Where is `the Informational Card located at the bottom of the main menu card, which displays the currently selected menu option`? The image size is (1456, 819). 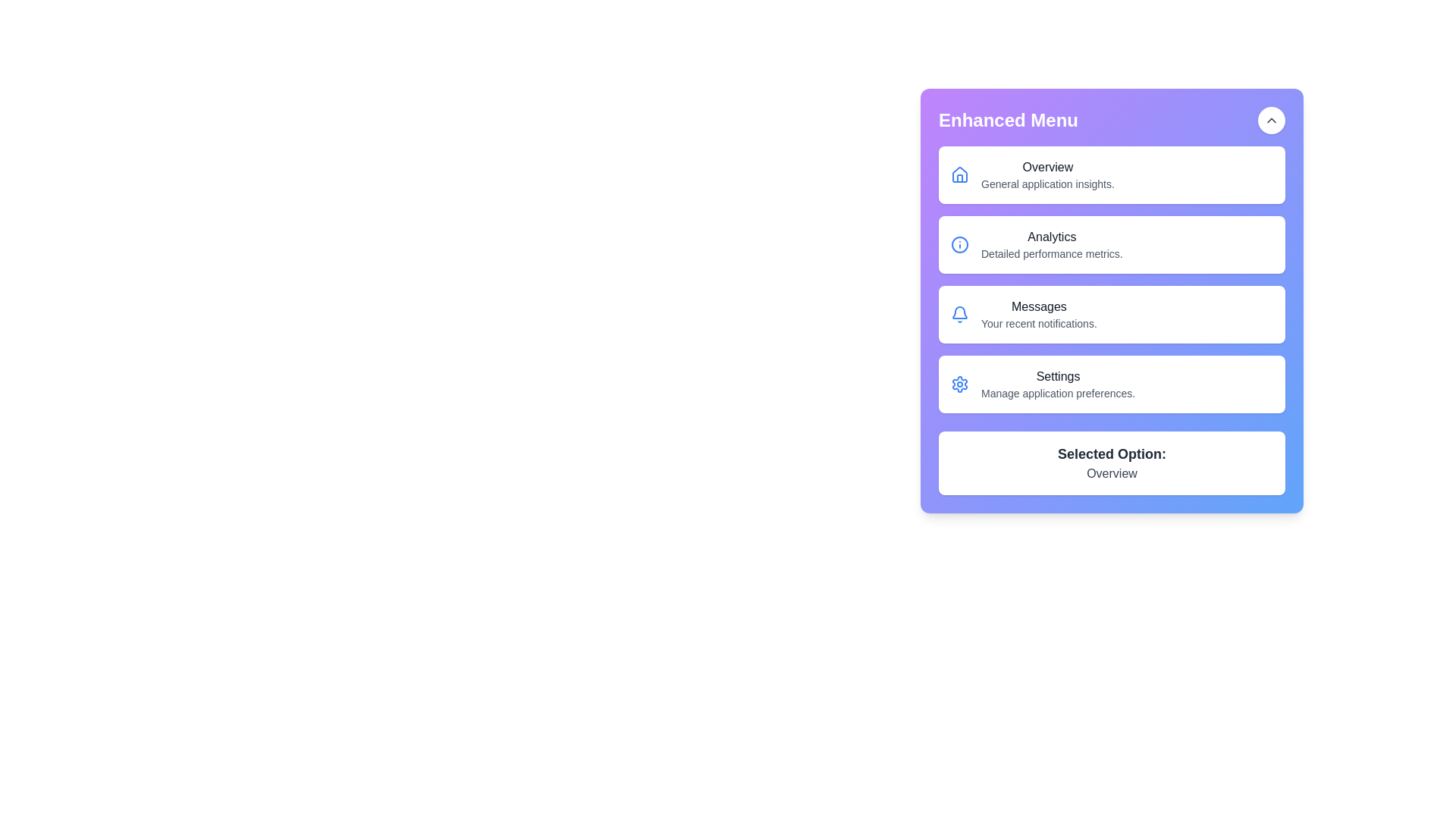
the Informational Card located at the bottom of the main menu card, which displays the currently selected menu option is located at coordinates (1112, 462).